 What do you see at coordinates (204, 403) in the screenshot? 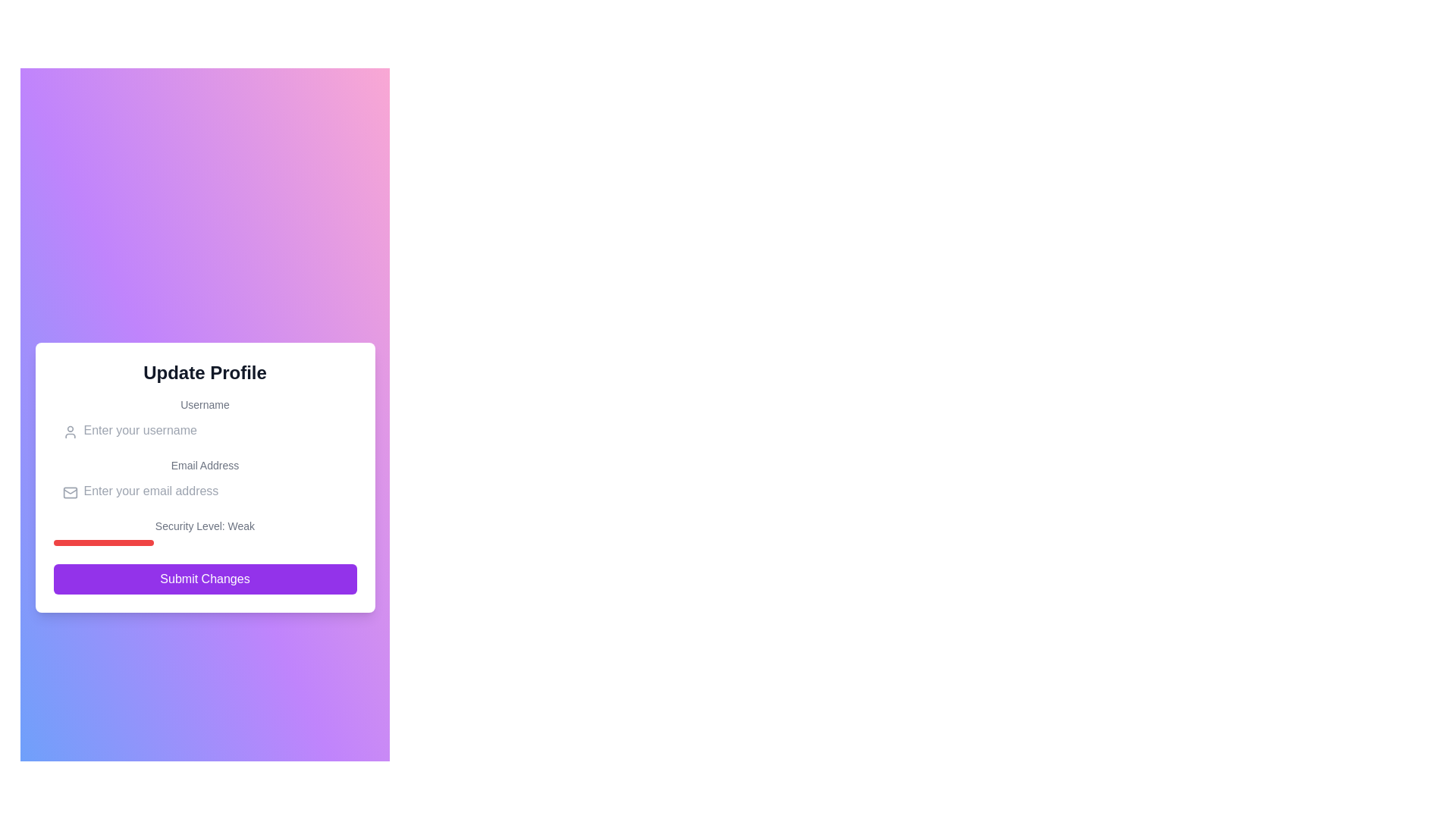
I see `the label that indicates the username input field, positioned above the input field and below the 'Update Profile' header` at bounding box center [204, 403].